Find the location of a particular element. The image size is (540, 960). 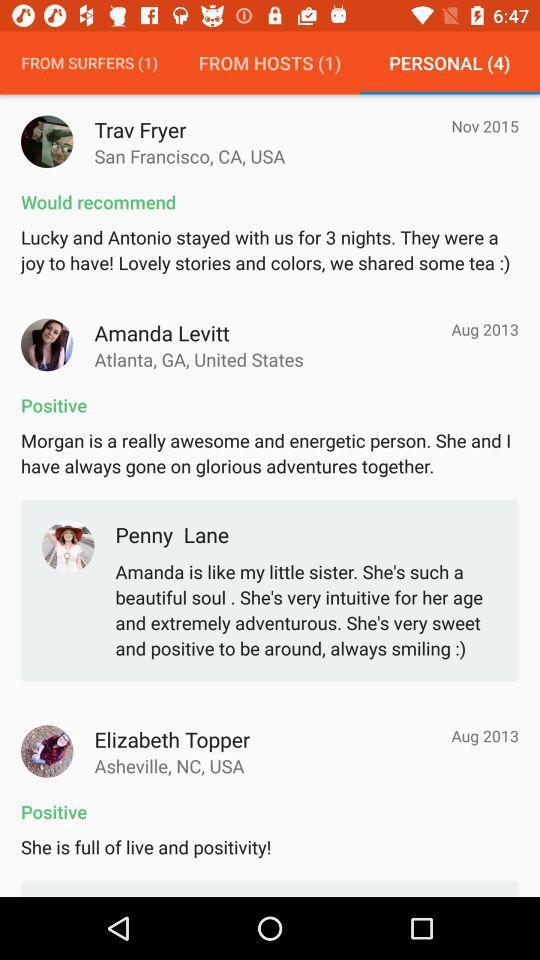

open to view profile is located at coordinates (47, 750).